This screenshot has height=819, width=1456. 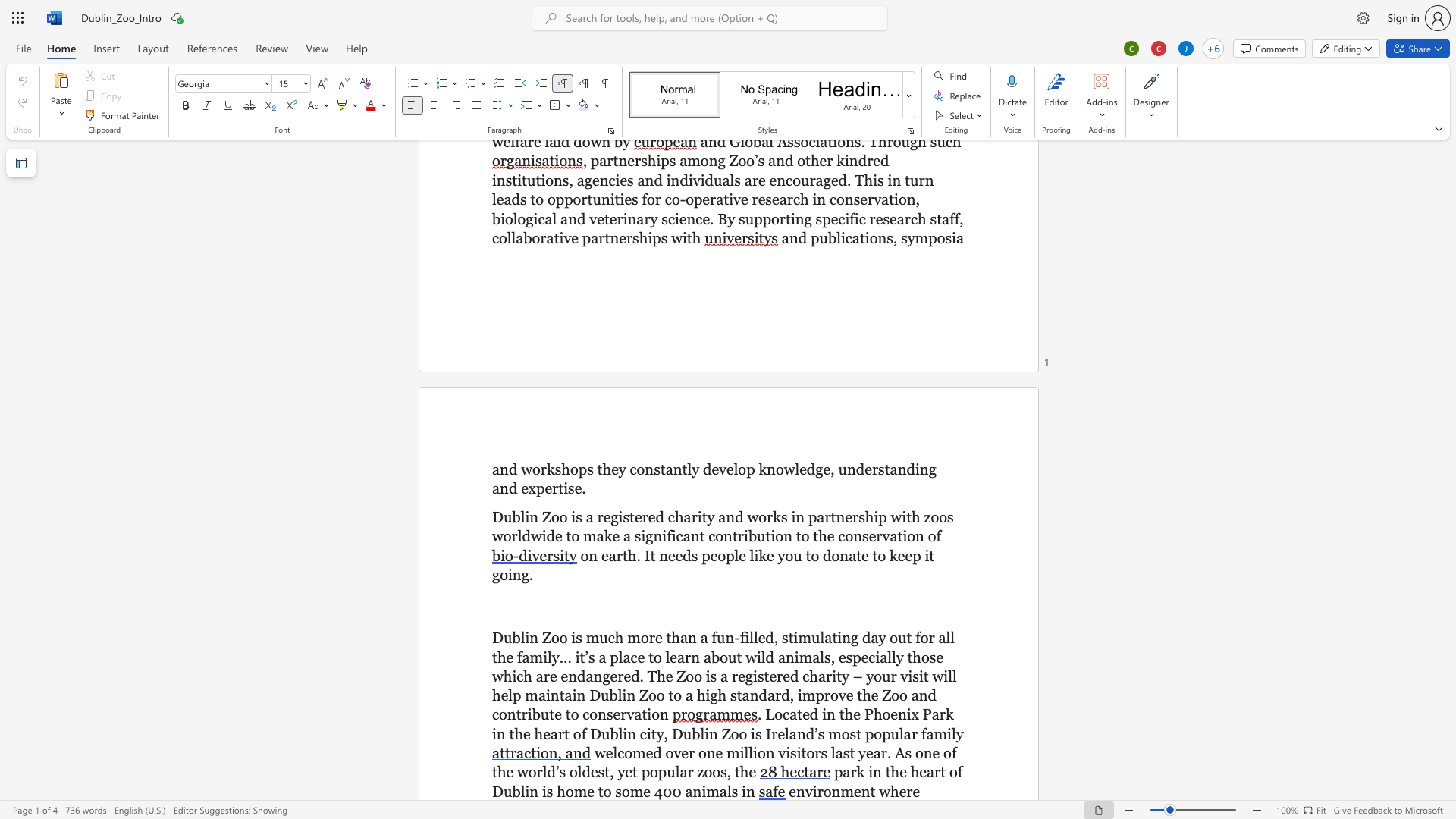 I want to click on the space between the continuous character "n" and "-" in the text, so click(x=733, y=638).